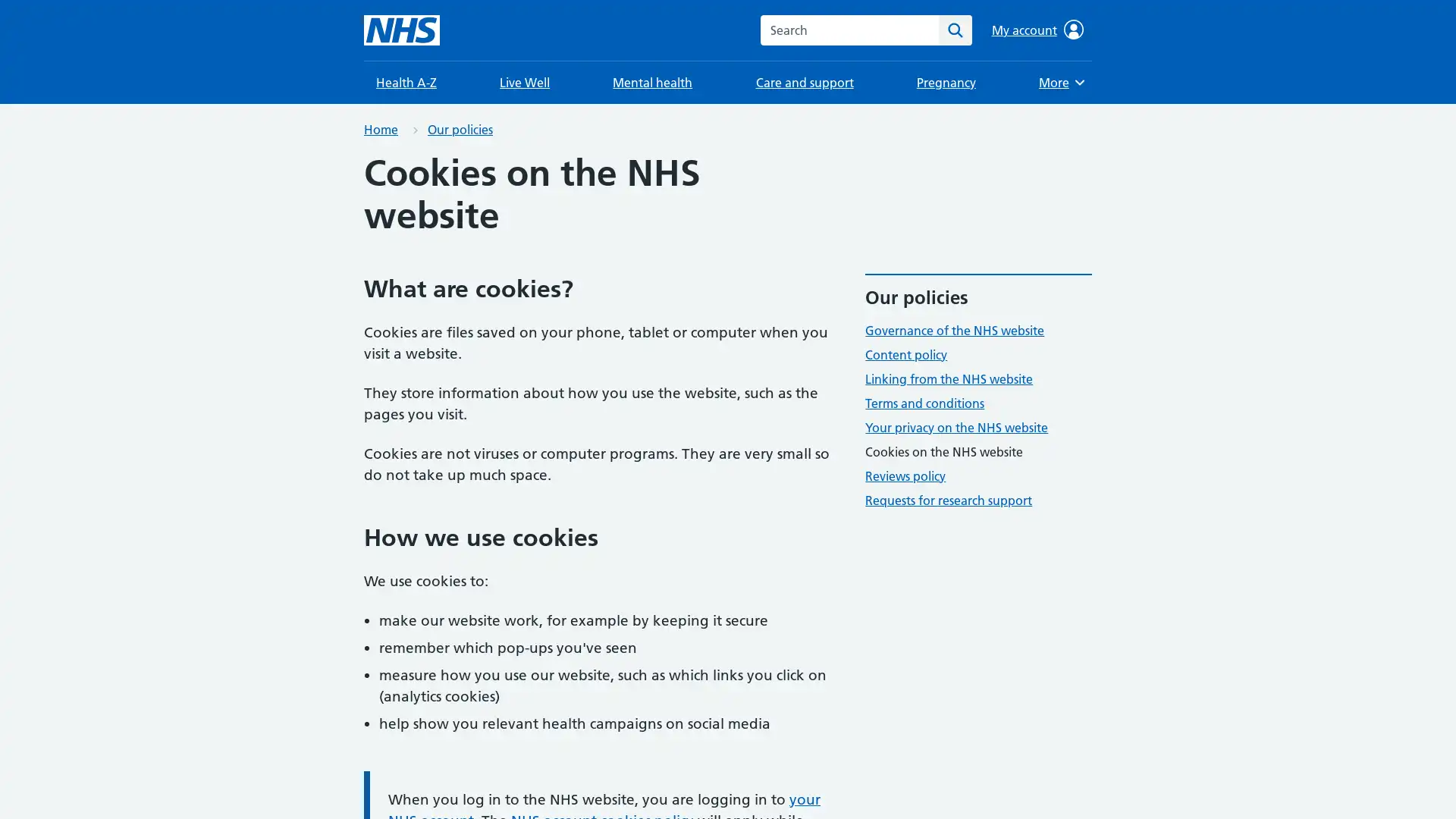 The image size is (1456, 819). I want to click on Search, so click(954, 30).